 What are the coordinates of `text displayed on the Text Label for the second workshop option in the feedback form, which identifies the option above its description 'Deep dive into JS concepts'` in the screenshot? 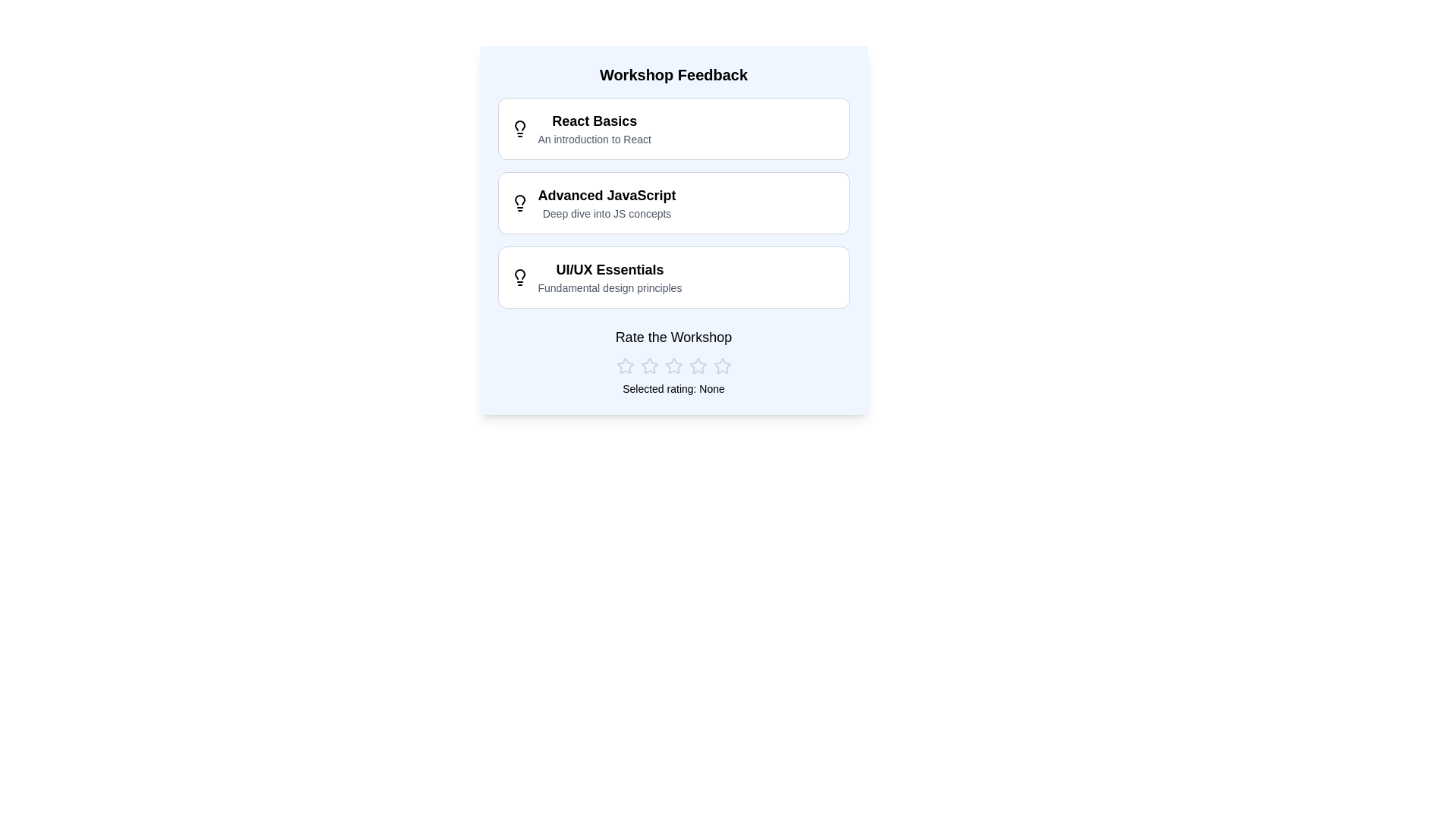 It's located at (607, 195).